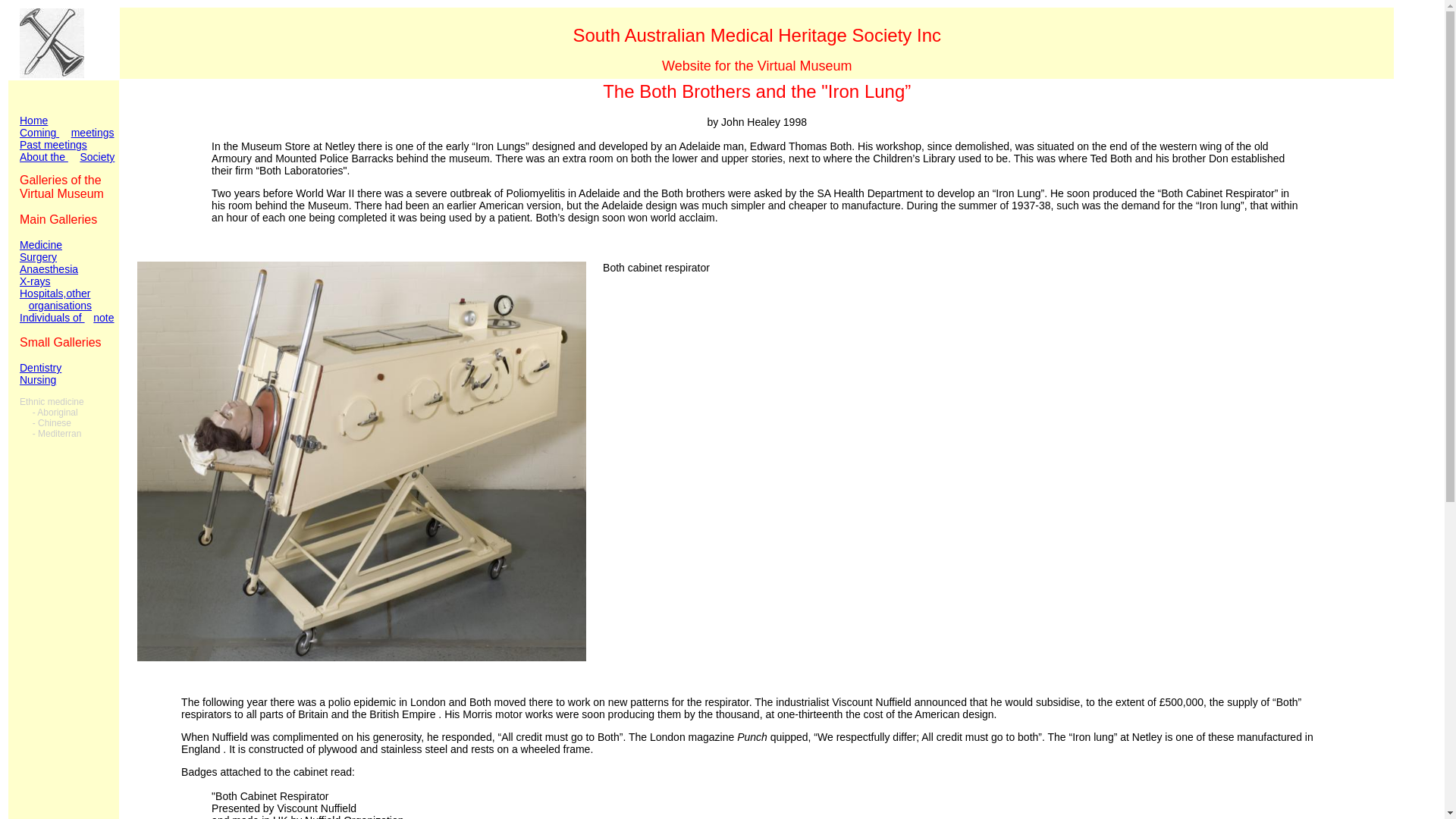  I want to click on 'note', so click(93, 317).